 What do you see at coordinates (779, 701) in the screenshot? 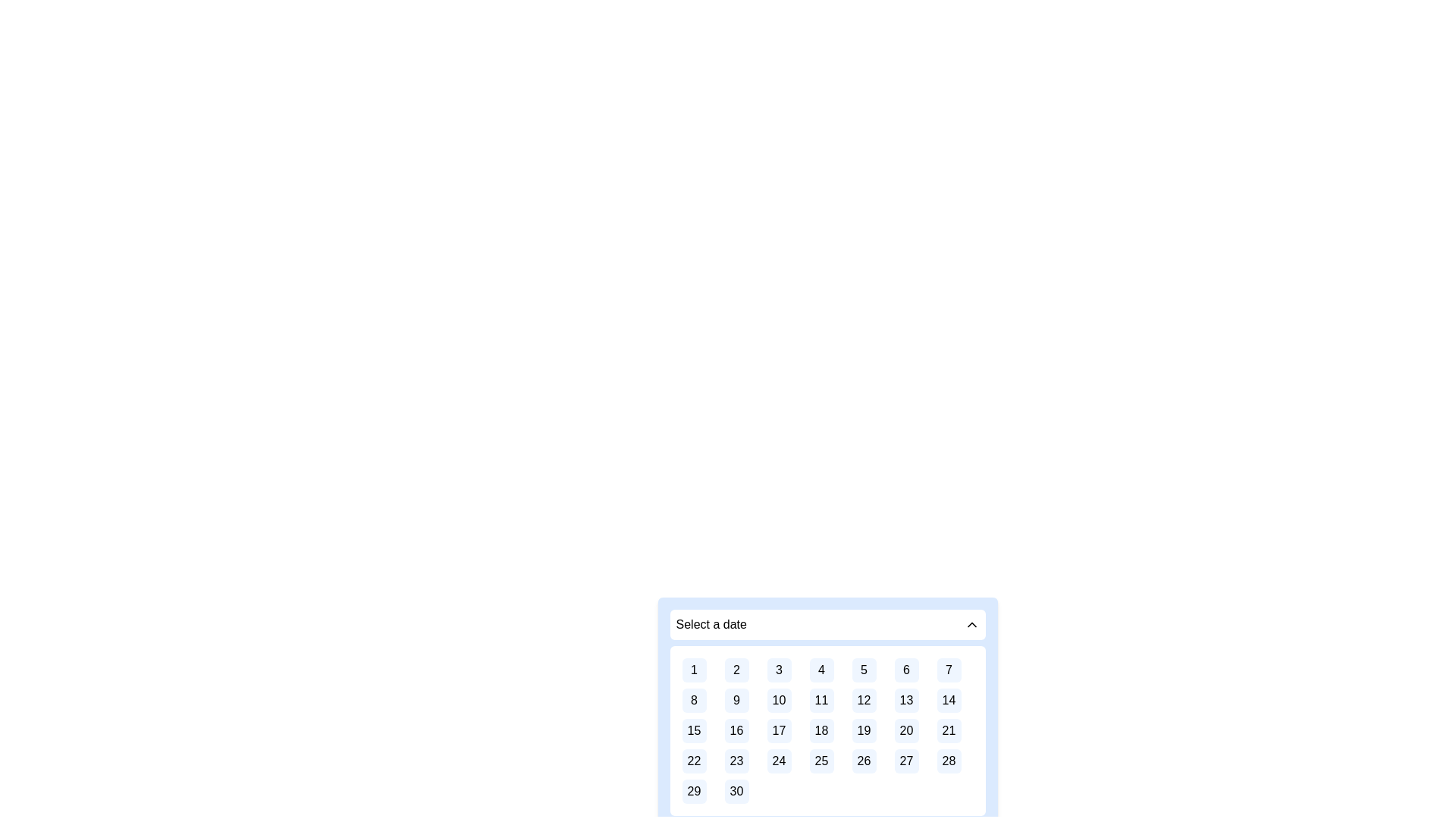
I see `the button representing the selectable day (the 10th) in the calendar interface` at bounding box center [779, 701].